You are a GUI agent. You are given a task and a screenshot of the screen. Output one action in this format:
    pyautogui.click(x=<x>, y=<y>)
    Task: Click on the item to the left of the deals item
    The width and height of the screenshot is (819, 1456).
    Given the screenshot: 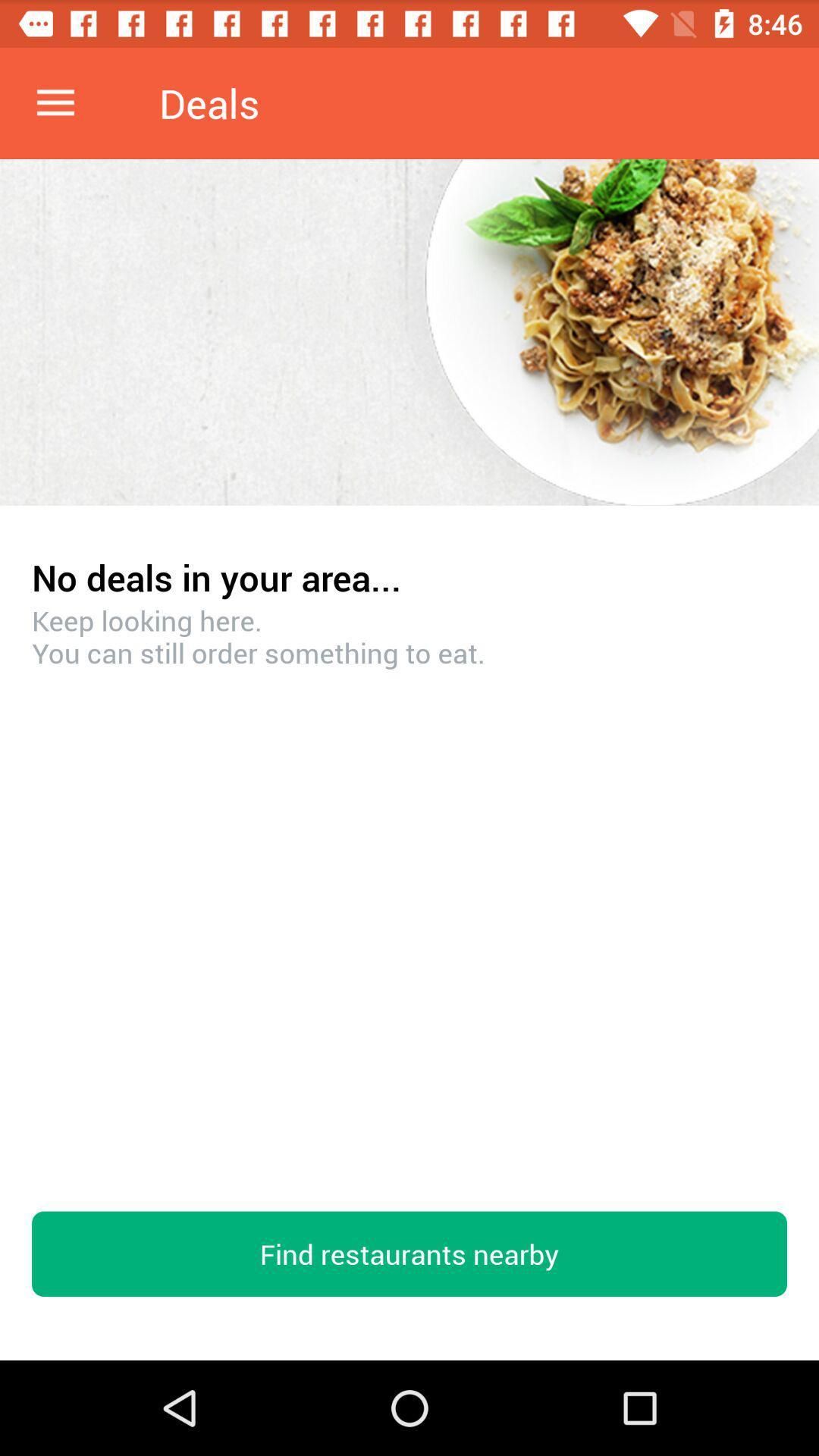 What is the action you would take?
    pyautogui.click(x=55, y=102)
    